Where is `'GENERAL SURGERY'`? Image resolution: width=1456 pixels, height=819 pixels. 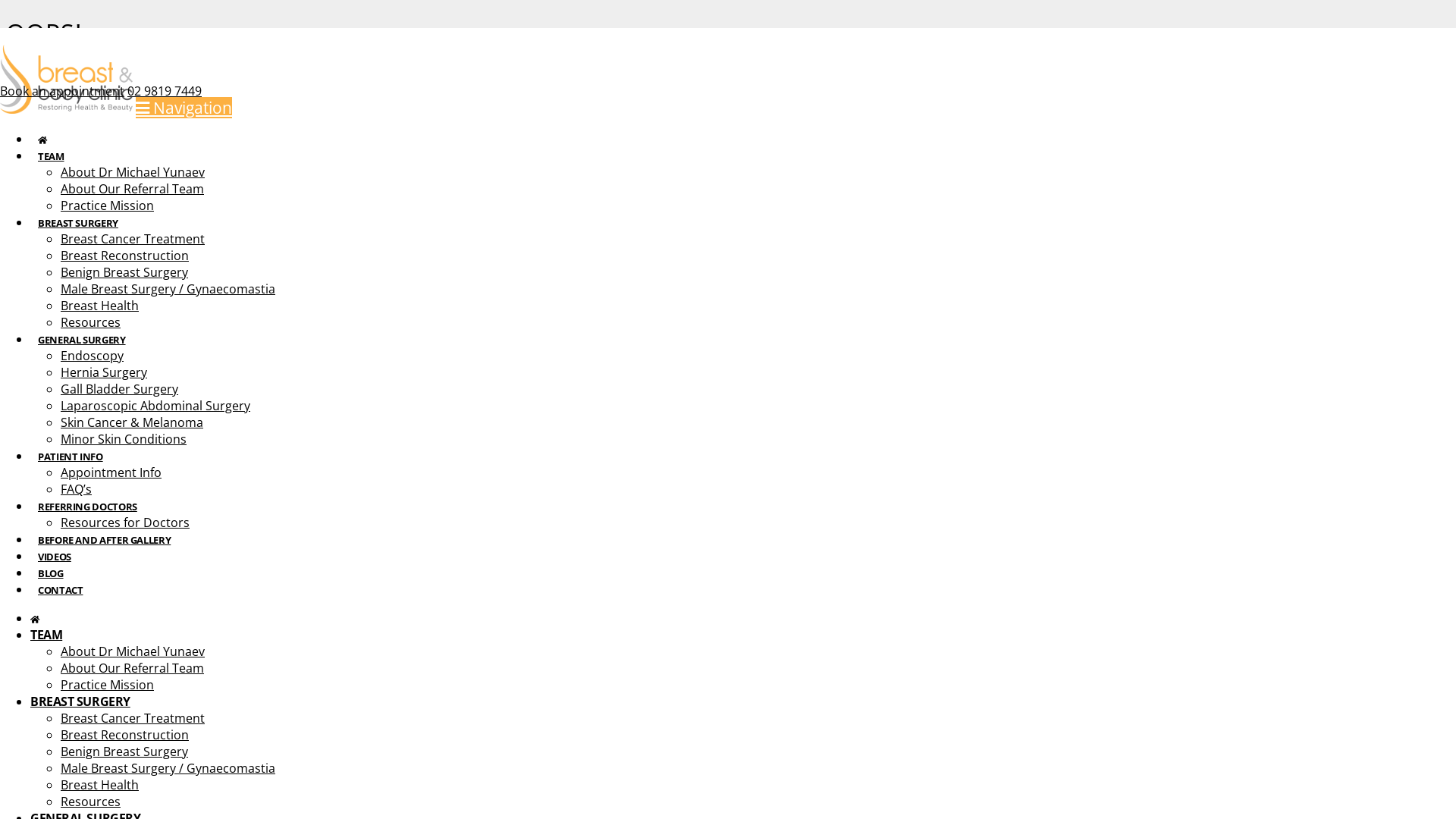 'GENERAL SURGERY' is located at coordinates (80, 335).